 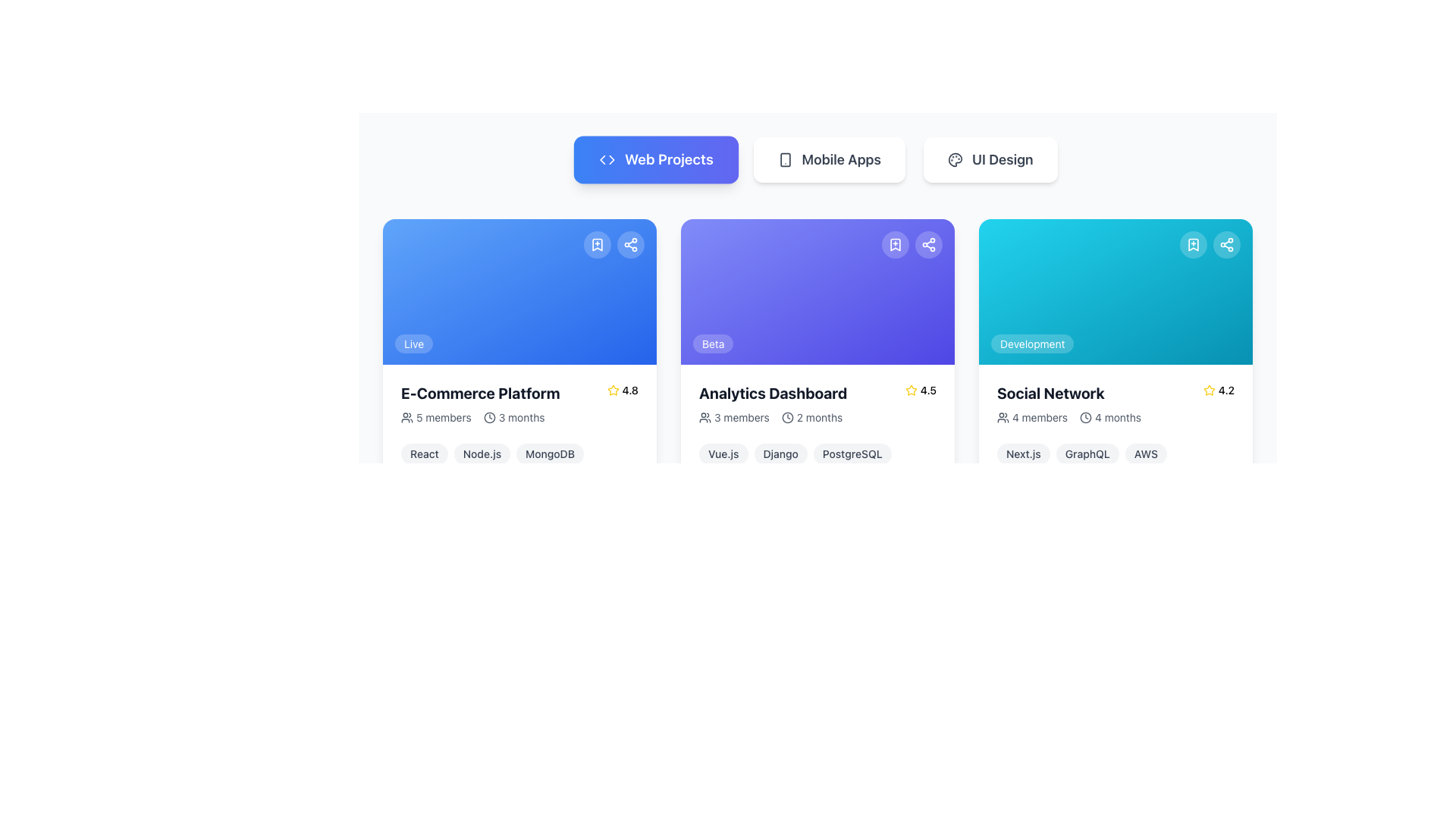 I want to click on the status indicator label for the active project located above the title 'E-Commerce Platform' in the first card of the grid layout, so click(x=414, y=344).